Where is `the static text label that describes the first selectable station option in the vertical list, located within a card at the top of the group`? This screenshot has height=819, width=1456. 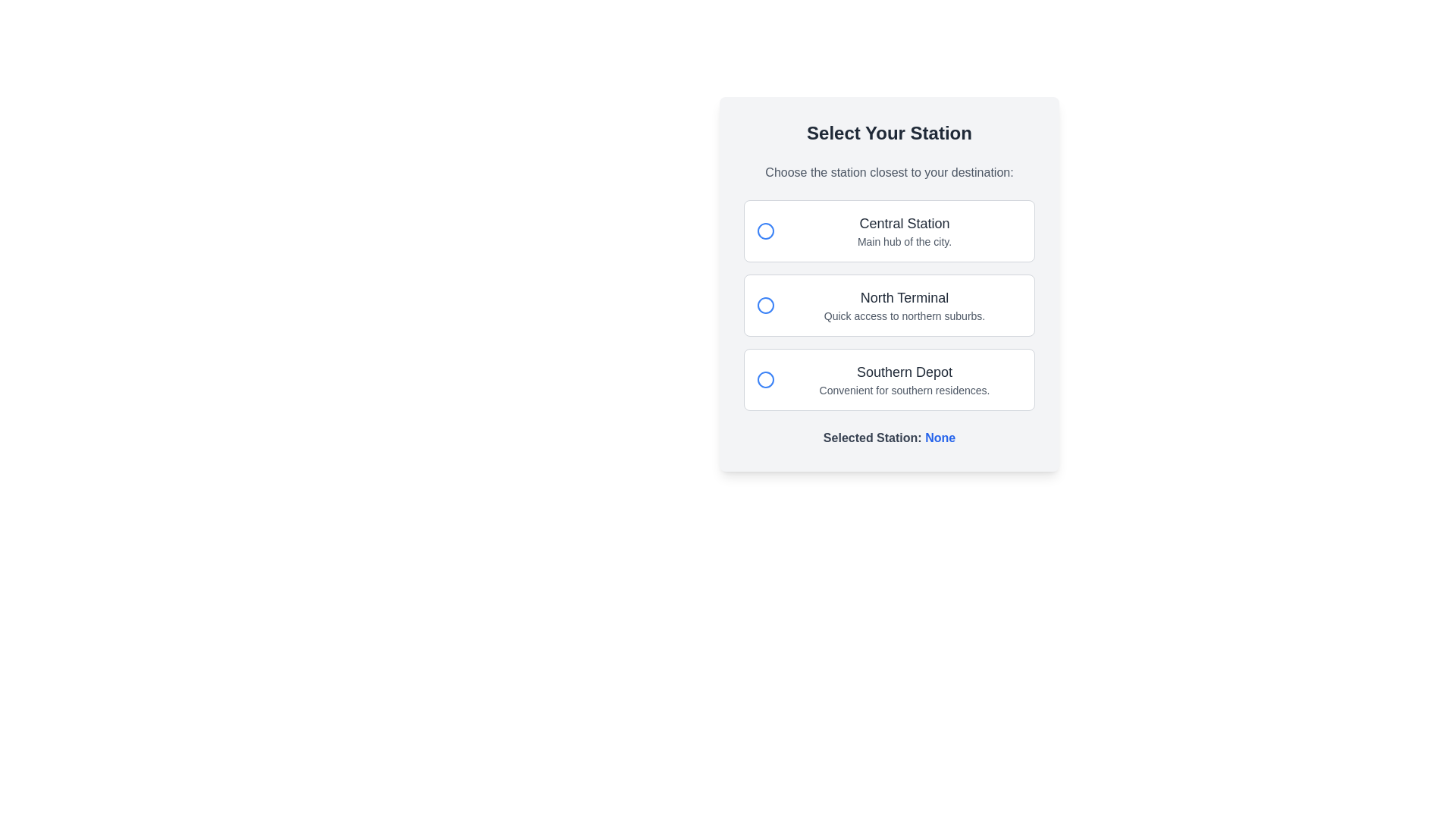 the static text label that describes the first selectable station option in the vertical list, located within a card at the top of the group is located at coordinates (905, 231).